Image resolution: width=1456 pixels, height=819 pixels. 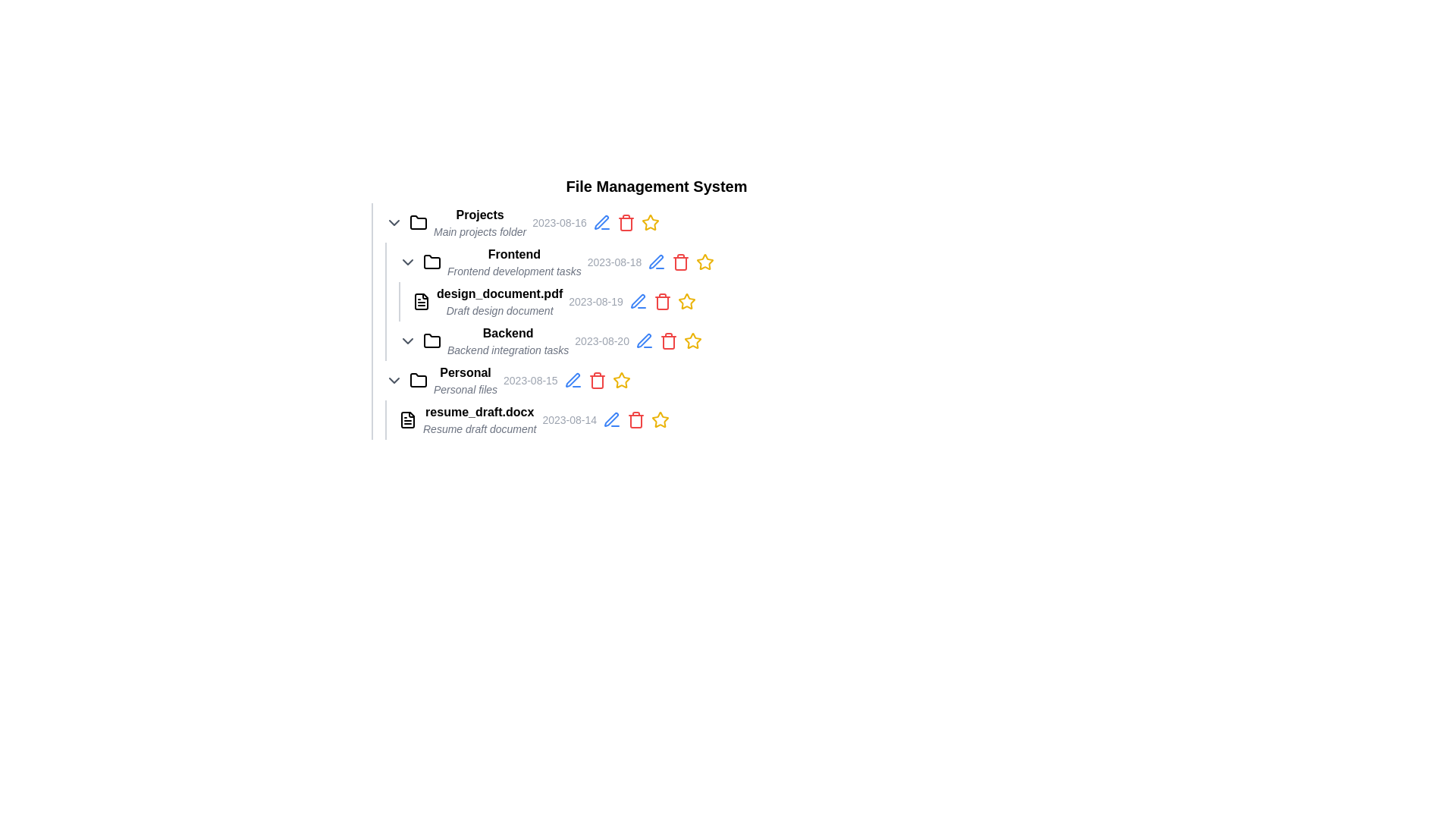 I want to click on the icon representing the 'resume_draft.docx' document, so click(x=407, y=420).